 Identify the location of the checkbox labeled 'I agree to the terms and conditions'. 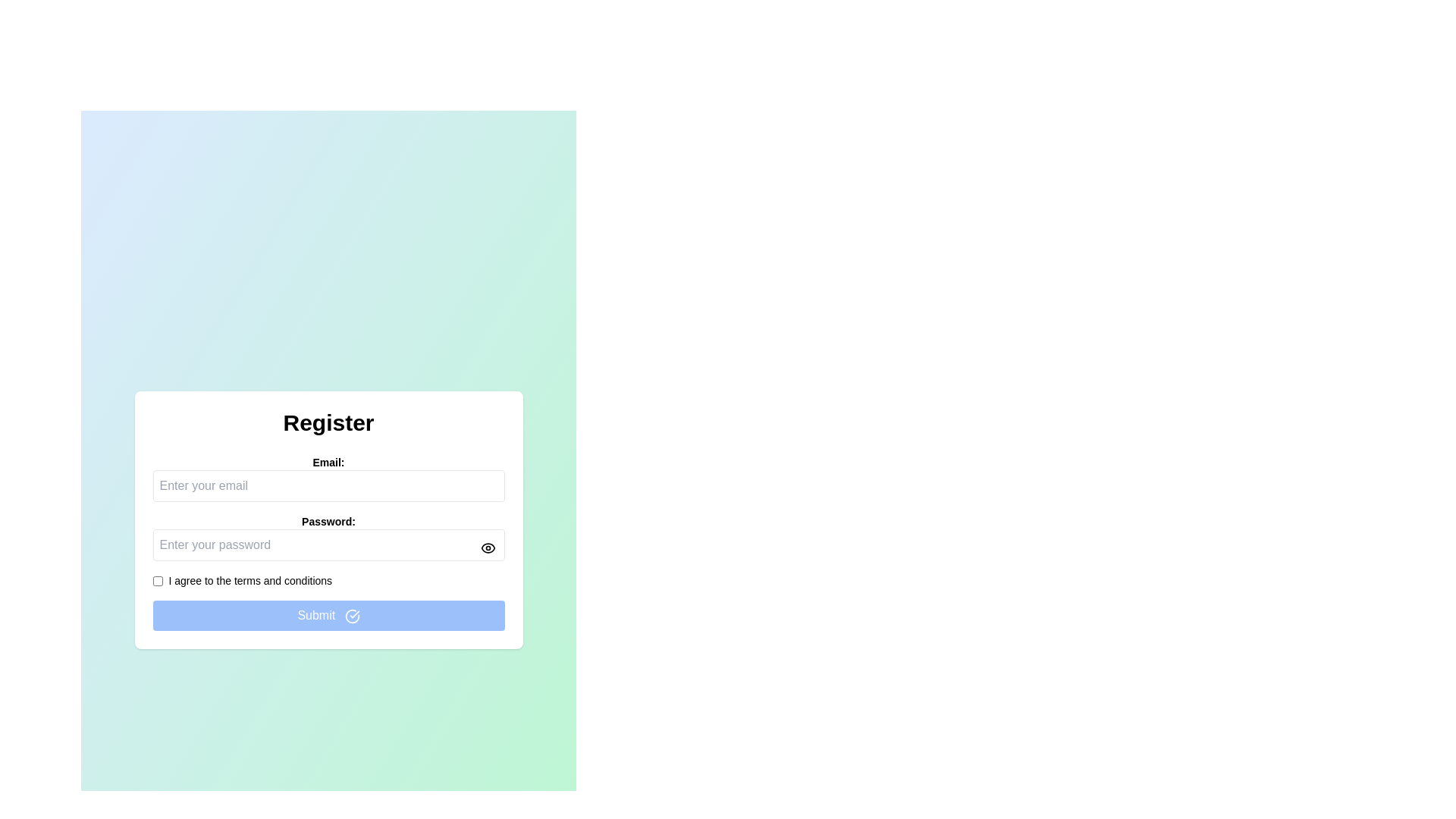
(328, 580).